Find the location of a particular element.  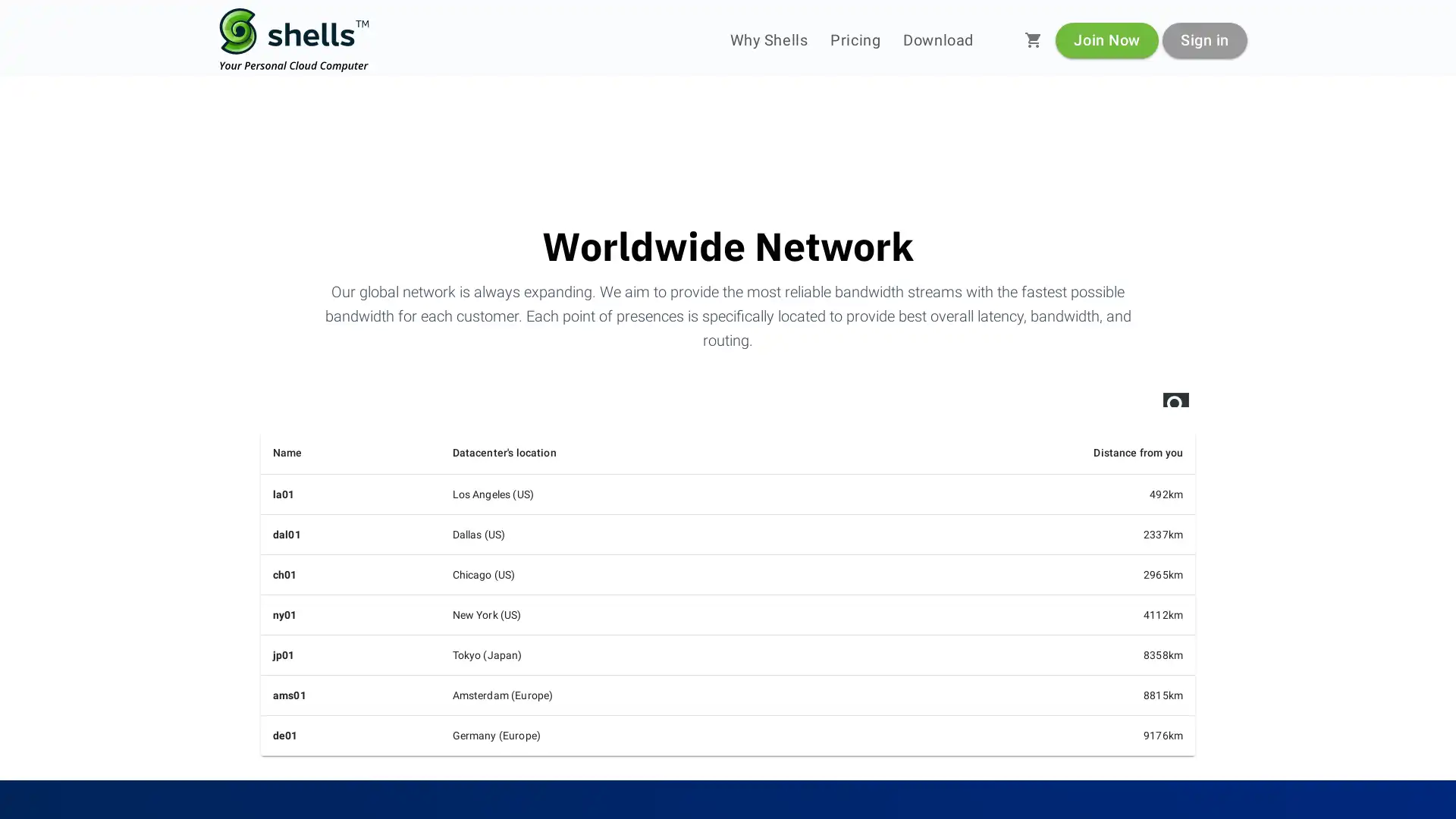

cart is located at coordinates (1033, 39).